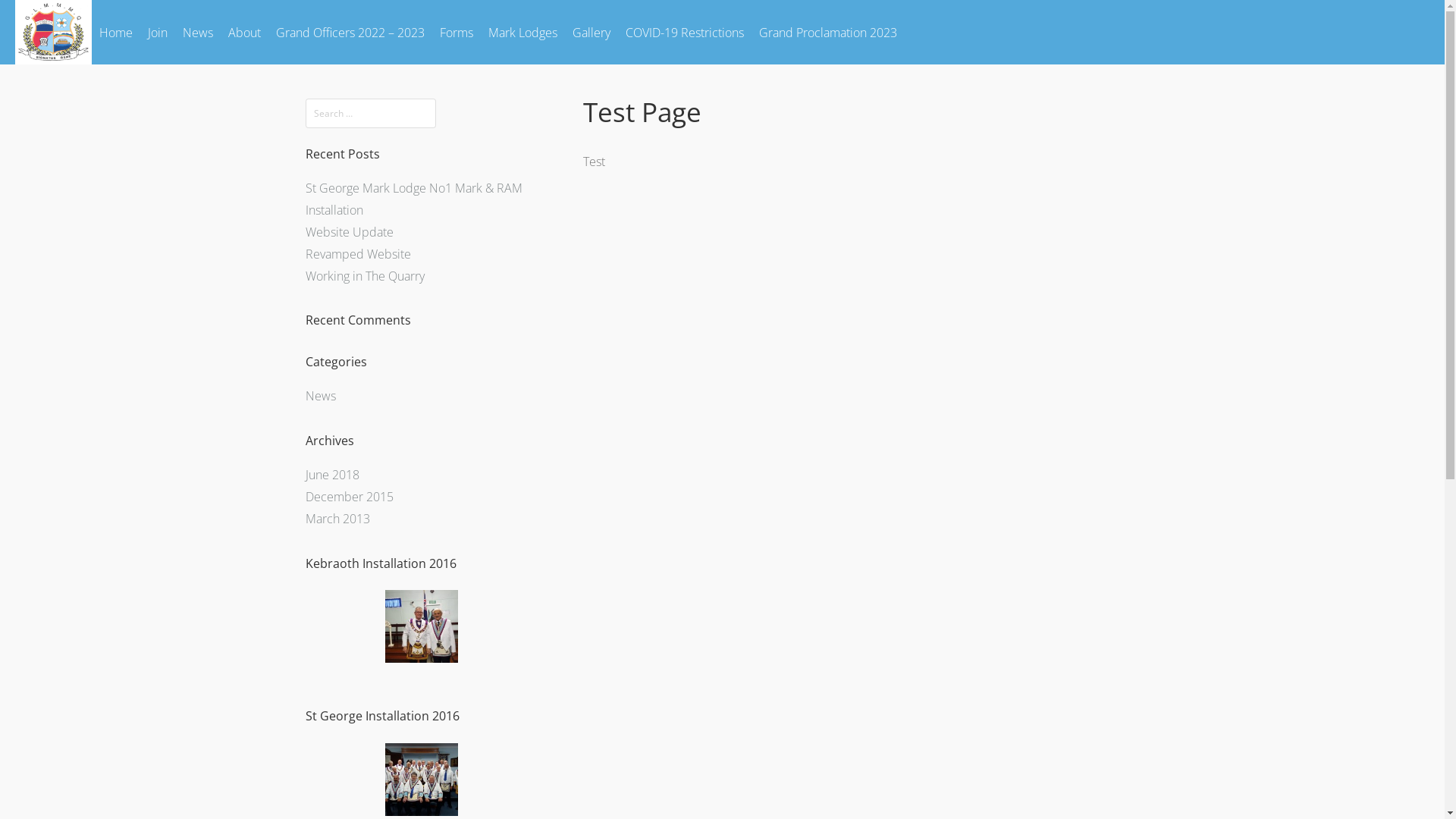 This screenshot has width=1456, height=819. I want to click on '20160206_131842 ', so click(421, 626).